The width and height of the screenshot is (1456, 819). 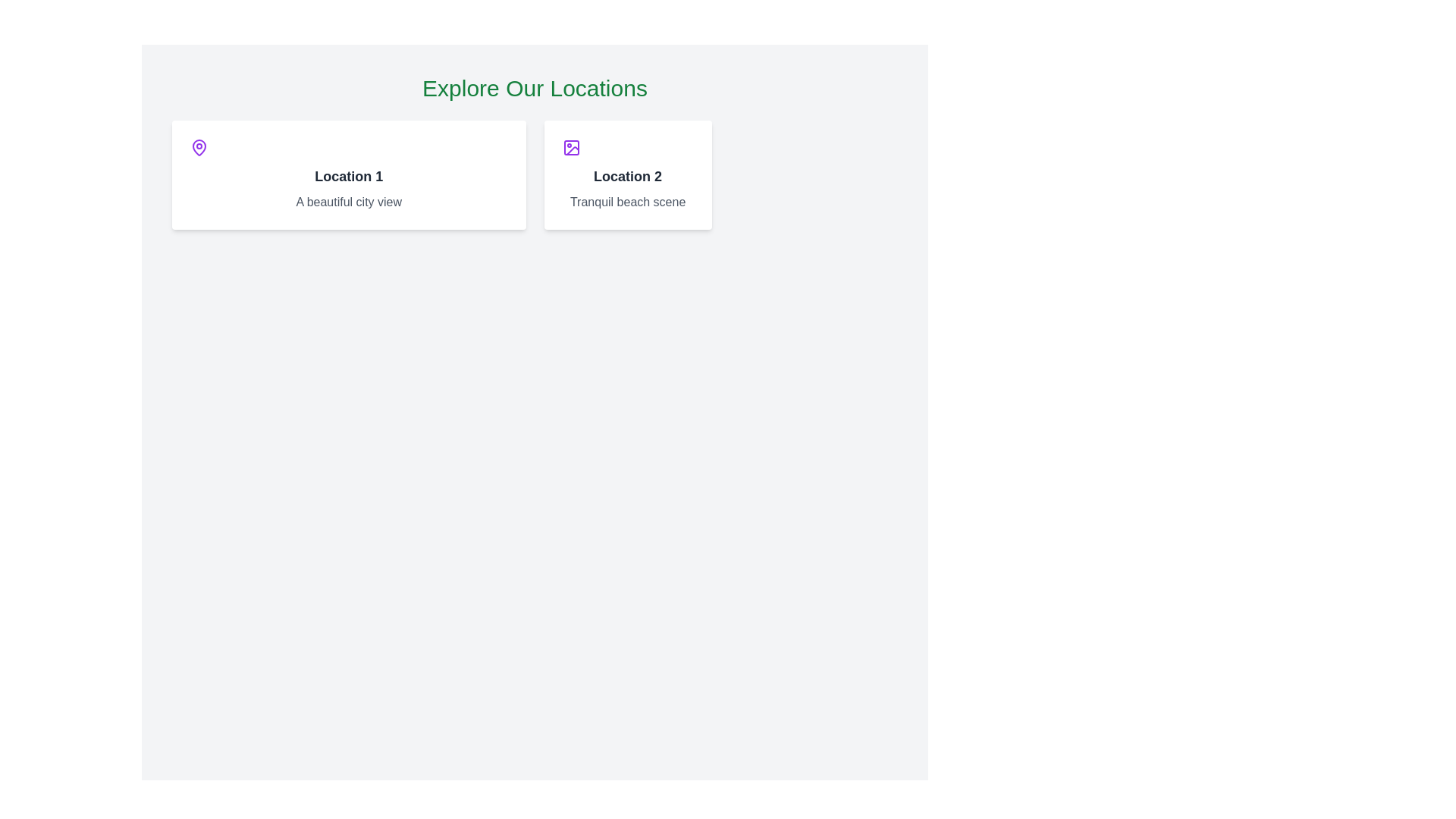 I want to click on text content of the heading that says 'Explore Our Locations', which is centrally aligned and prominently displayed near the top of the main content area, so click(x=535, y=88).